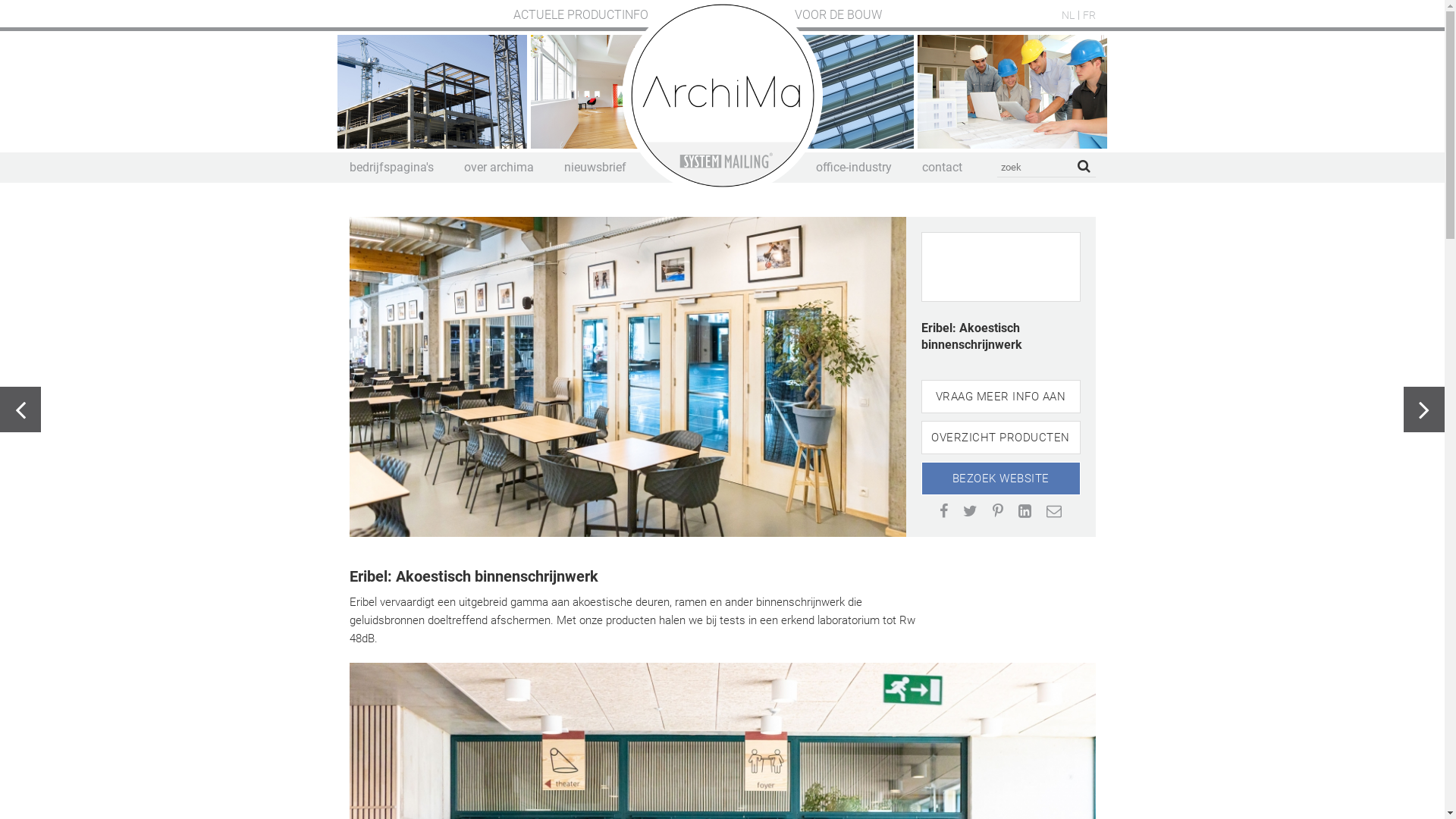  I want to click on 'bedrijfspagina's', so click(348, 167).